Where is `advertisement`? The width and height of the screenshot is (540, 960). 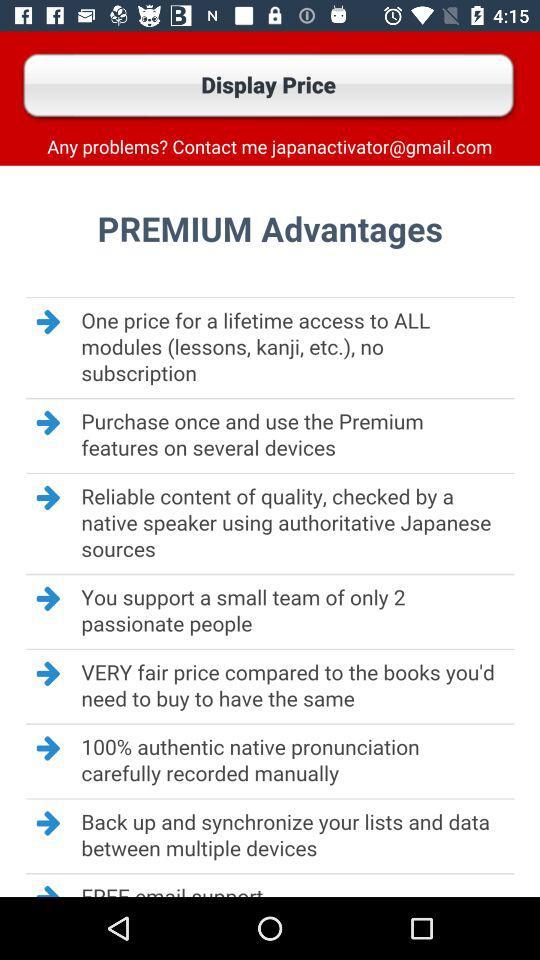 advertisement is located at coordinates (270, 530).